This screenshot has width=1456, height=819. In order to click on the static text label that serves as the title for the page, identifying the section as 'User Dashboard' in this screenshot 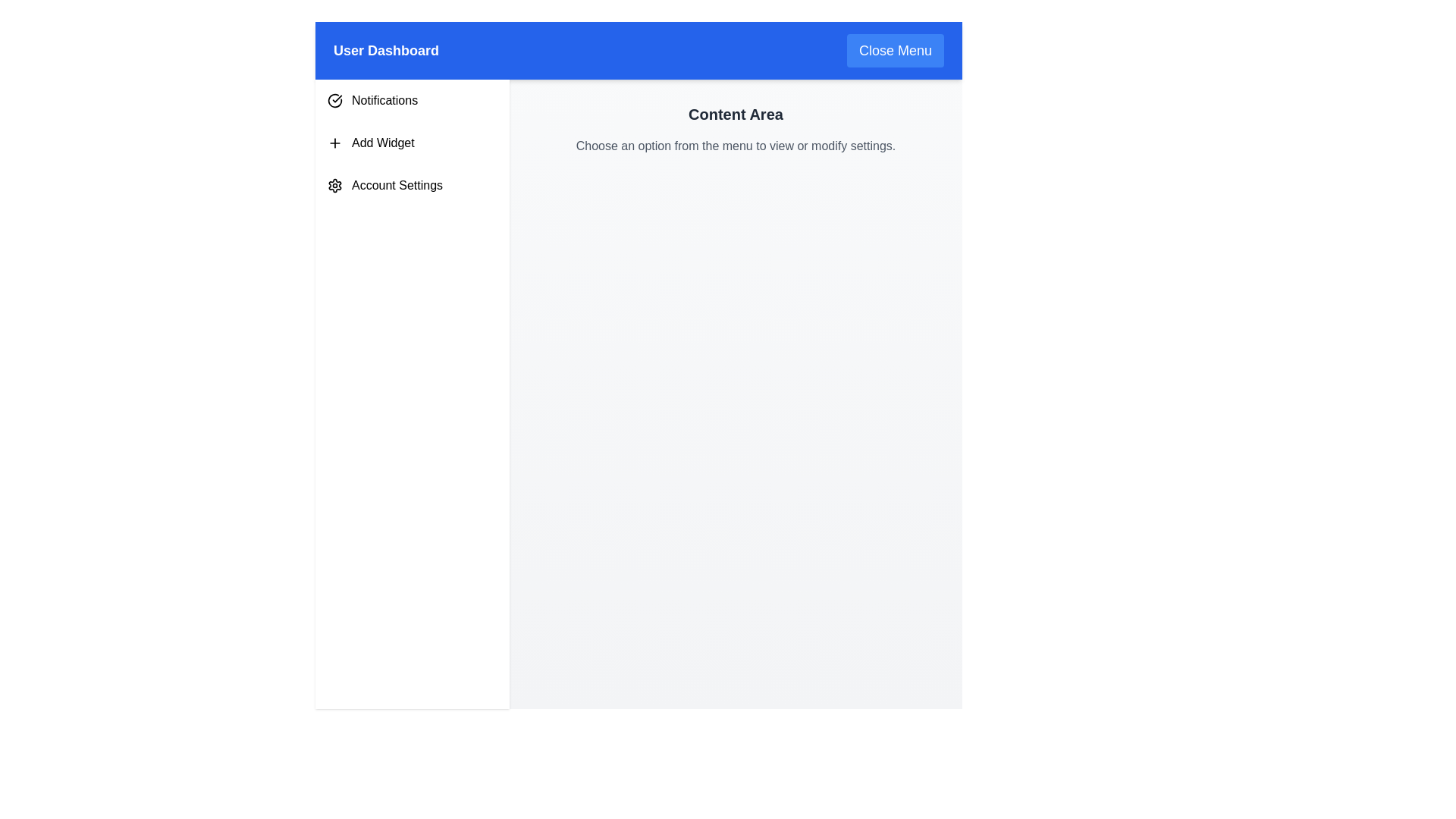, I will do `click(386, 49)`.